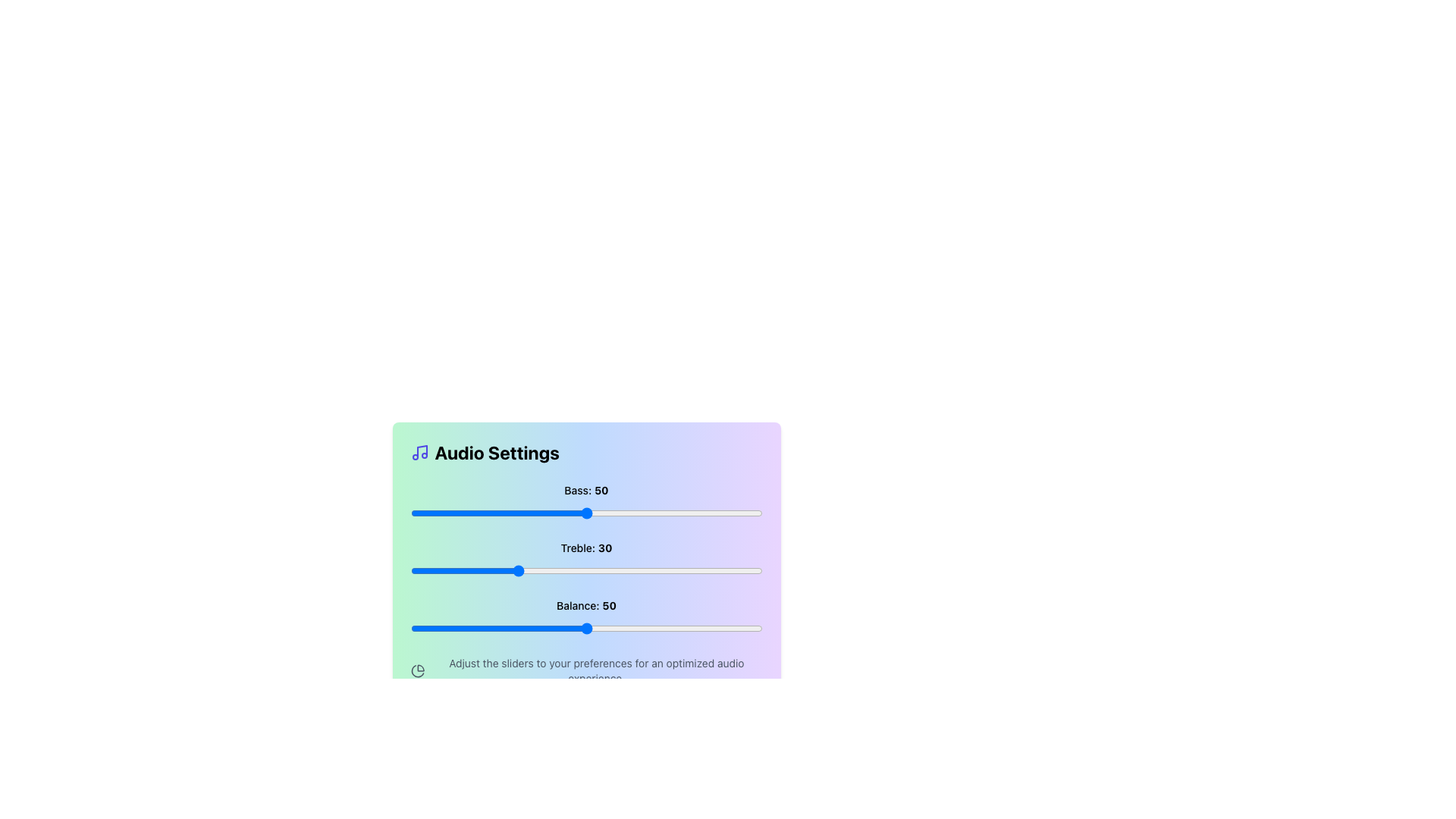 The image size is (1456, 819). Describe the element at coordinates (564, 570) in the screenshot. I see `the treble level` at that location.